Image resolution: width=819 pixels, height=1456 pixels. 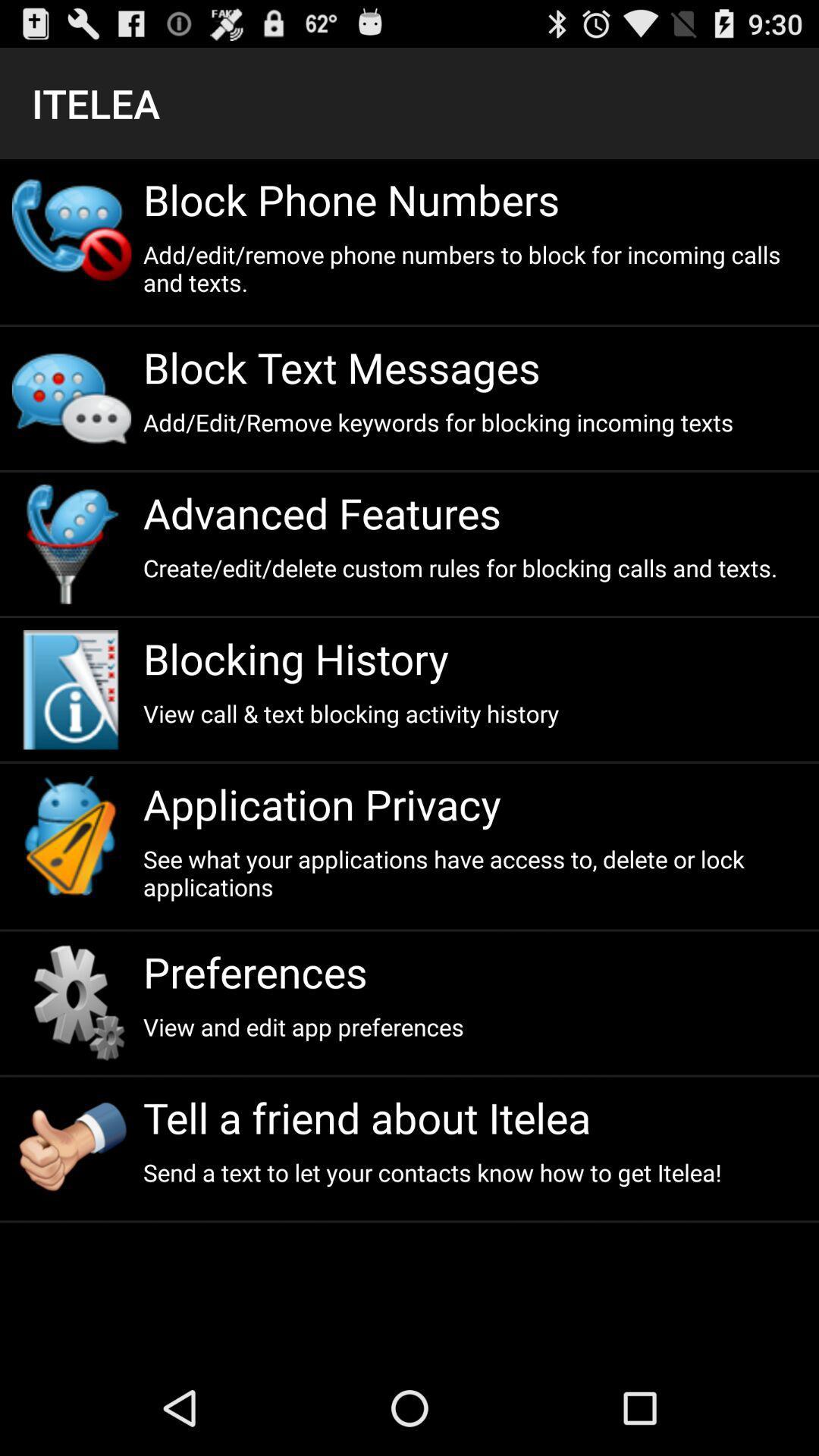 I want to click on the view call text icon, so click(x=474, y=712).